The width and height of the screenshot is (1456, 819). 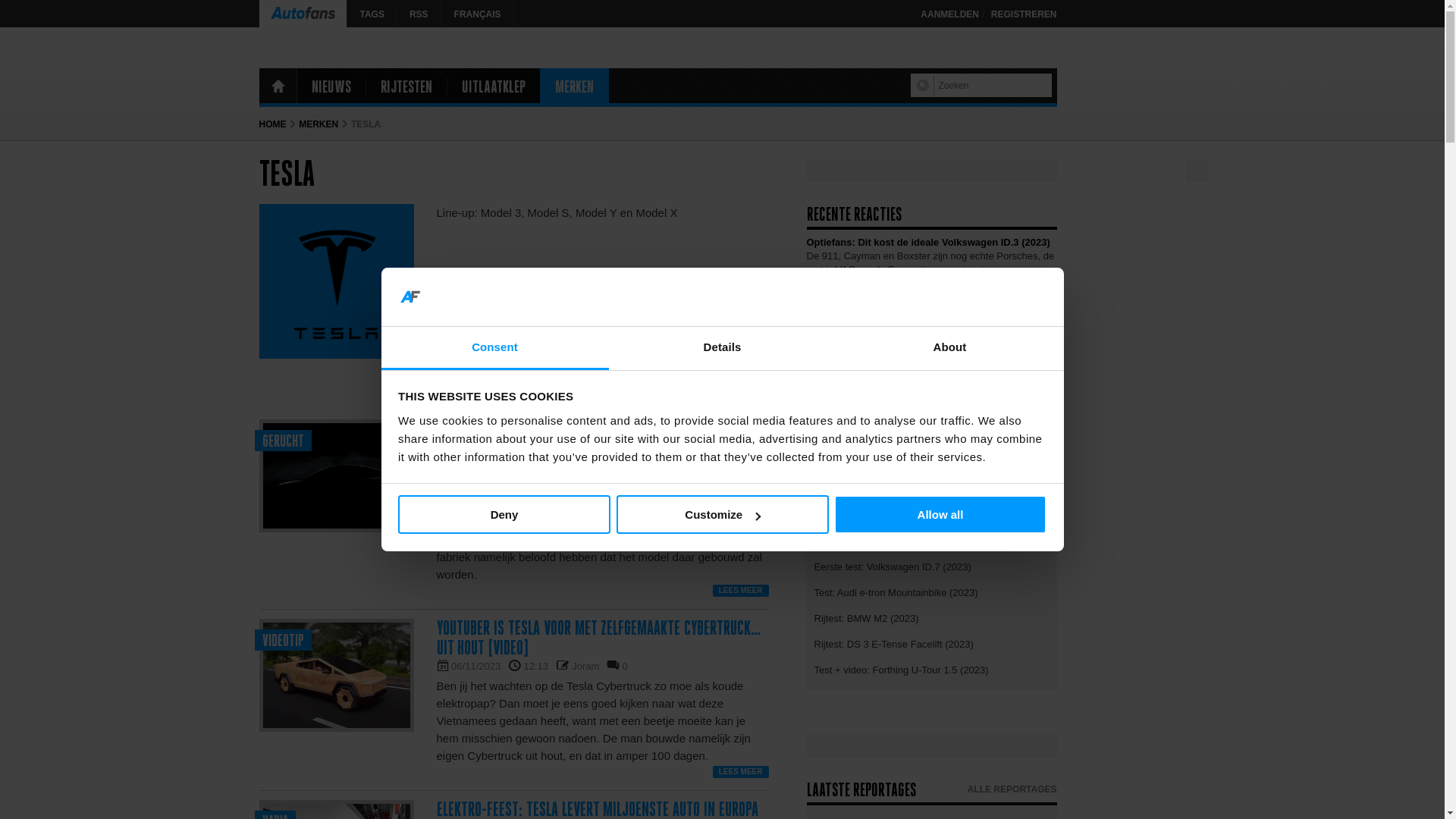 I want to click on 'REGISTREREN', so click(x=990, y=14).